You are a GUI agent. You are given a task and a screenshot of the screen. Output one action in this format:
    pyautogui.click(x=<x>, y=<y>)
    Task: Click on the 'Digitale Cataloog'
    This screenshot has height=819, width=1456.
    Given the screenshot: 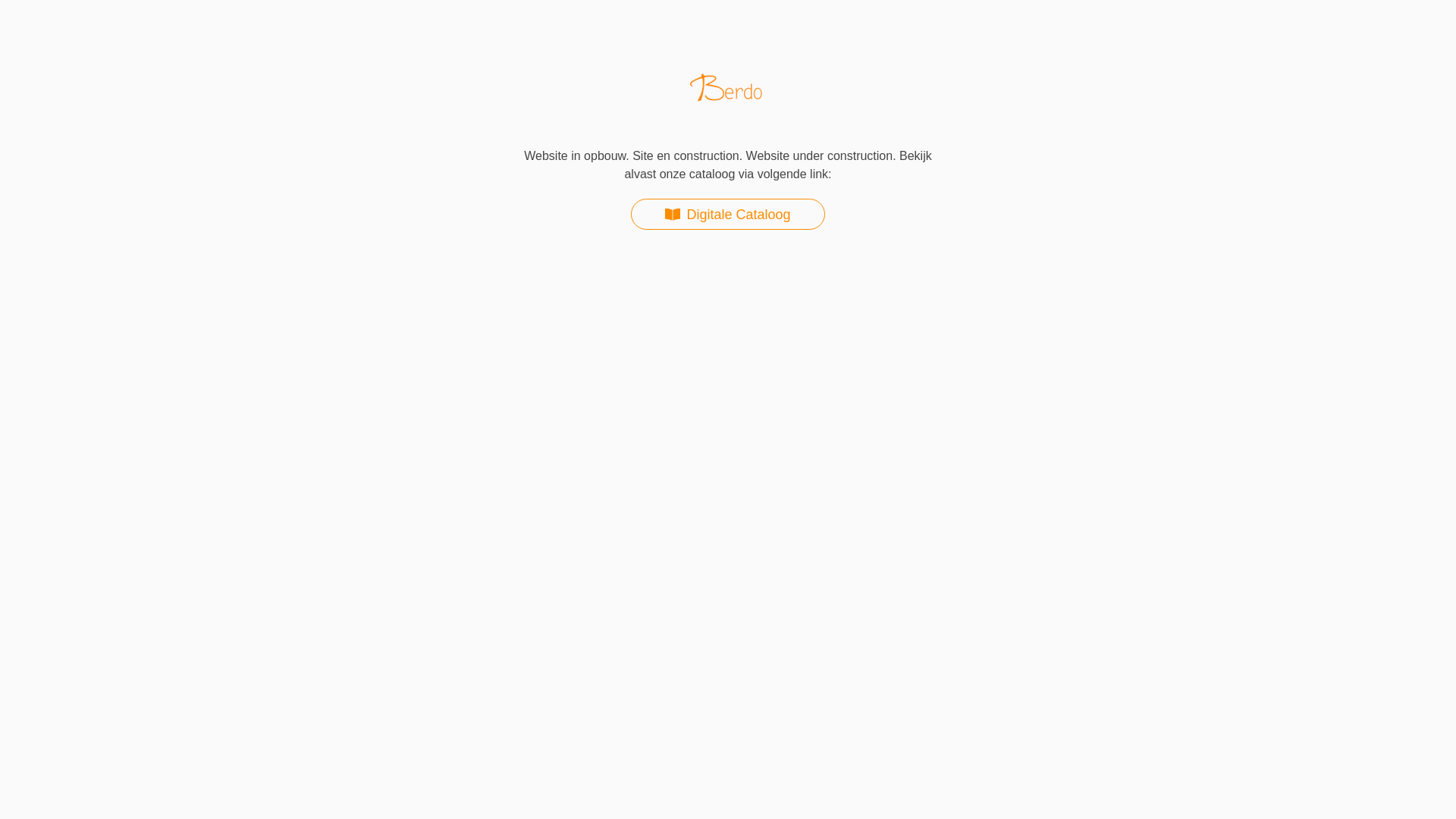 What is the action you would take?
    pyautogui.click(x=726, y=214)
    